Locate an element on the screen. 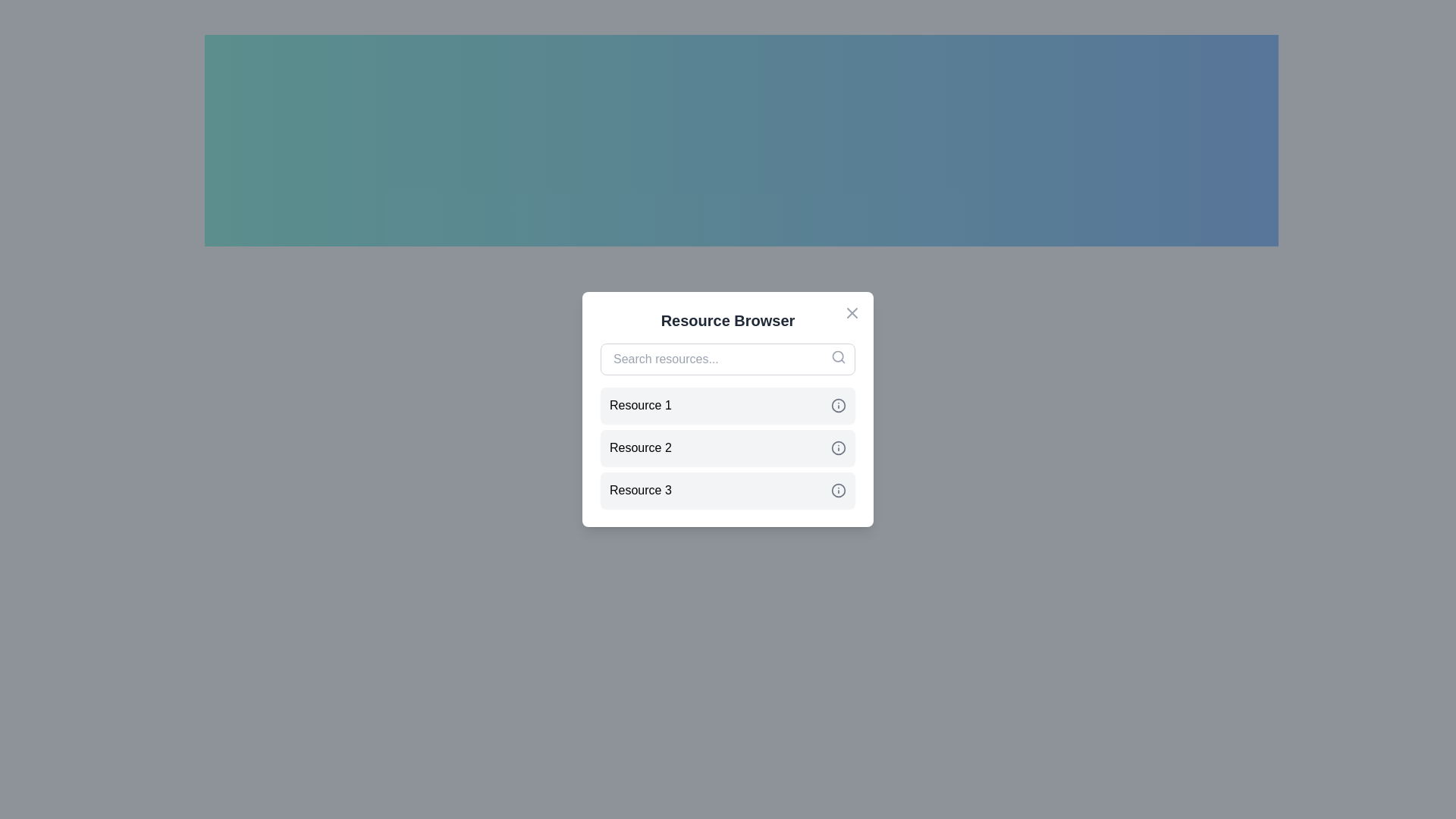 This screenshot has width=1456, height=819. the button-like list item labeled 'Resource 1' which is the first item in a vertical list within a modal window, styled with rounded corners and a light gray background is located at coordinates (728, 405).